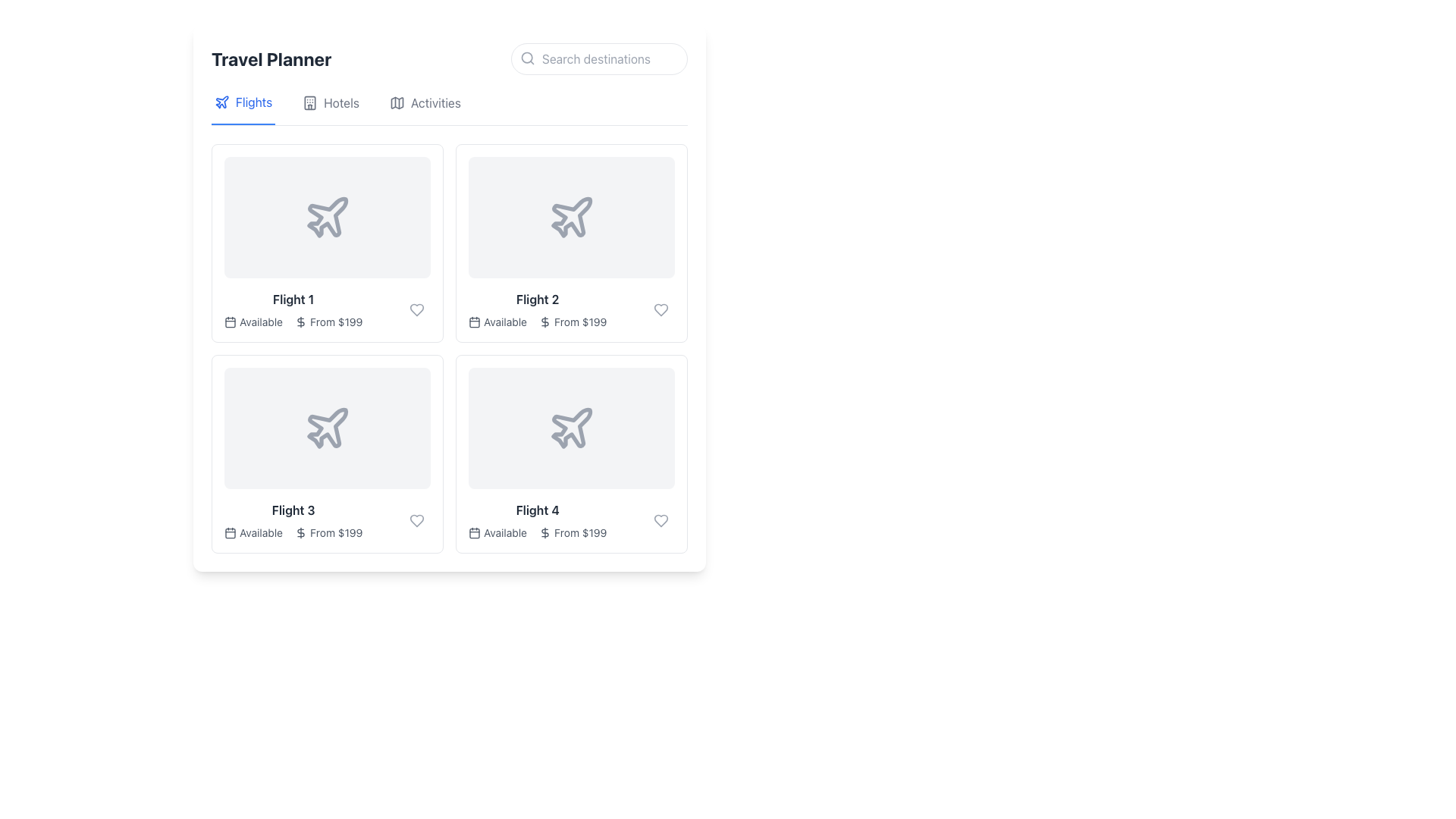 This screenshot has width=1456, height=819. Describe the element at coordinates (397, 102) in the screenshot. I see `the 'Activities' icon located in the navigation bar` at that location.